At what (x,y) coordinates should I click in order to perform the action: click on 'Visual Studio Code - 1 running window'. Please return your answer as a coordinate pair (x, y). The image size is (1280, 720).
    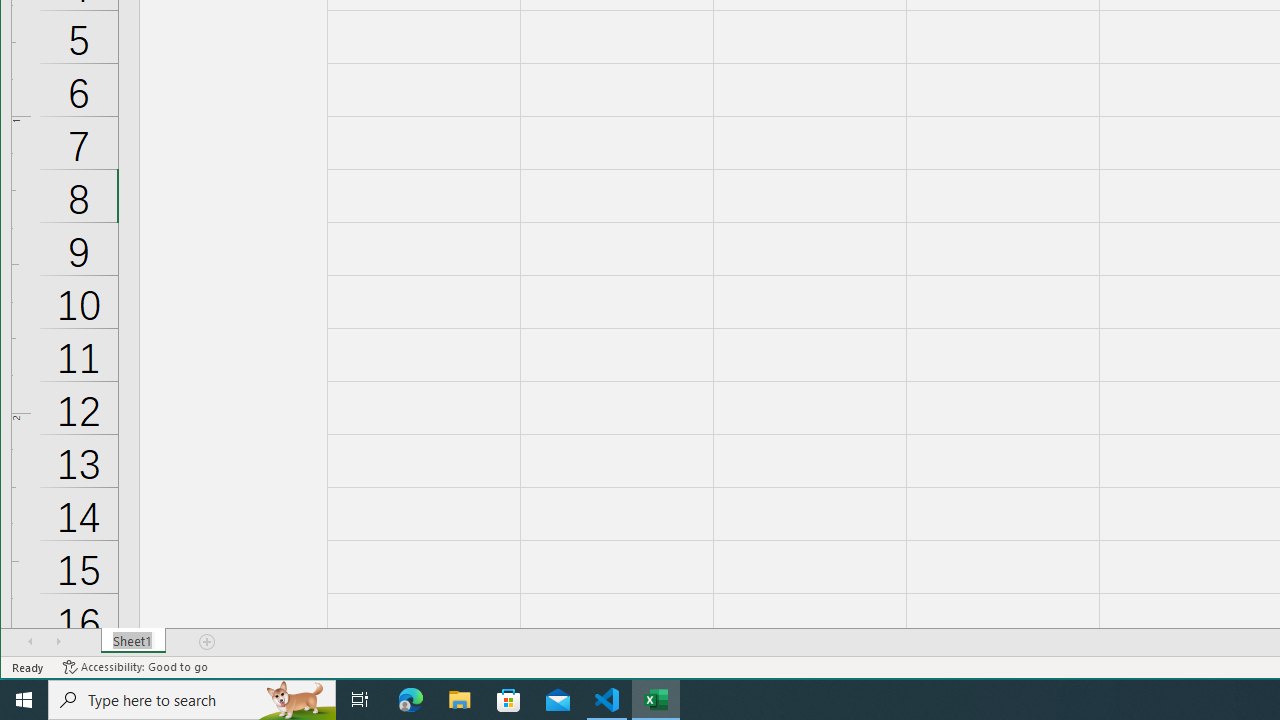
    Looking at the image, I should click on (606, 698).